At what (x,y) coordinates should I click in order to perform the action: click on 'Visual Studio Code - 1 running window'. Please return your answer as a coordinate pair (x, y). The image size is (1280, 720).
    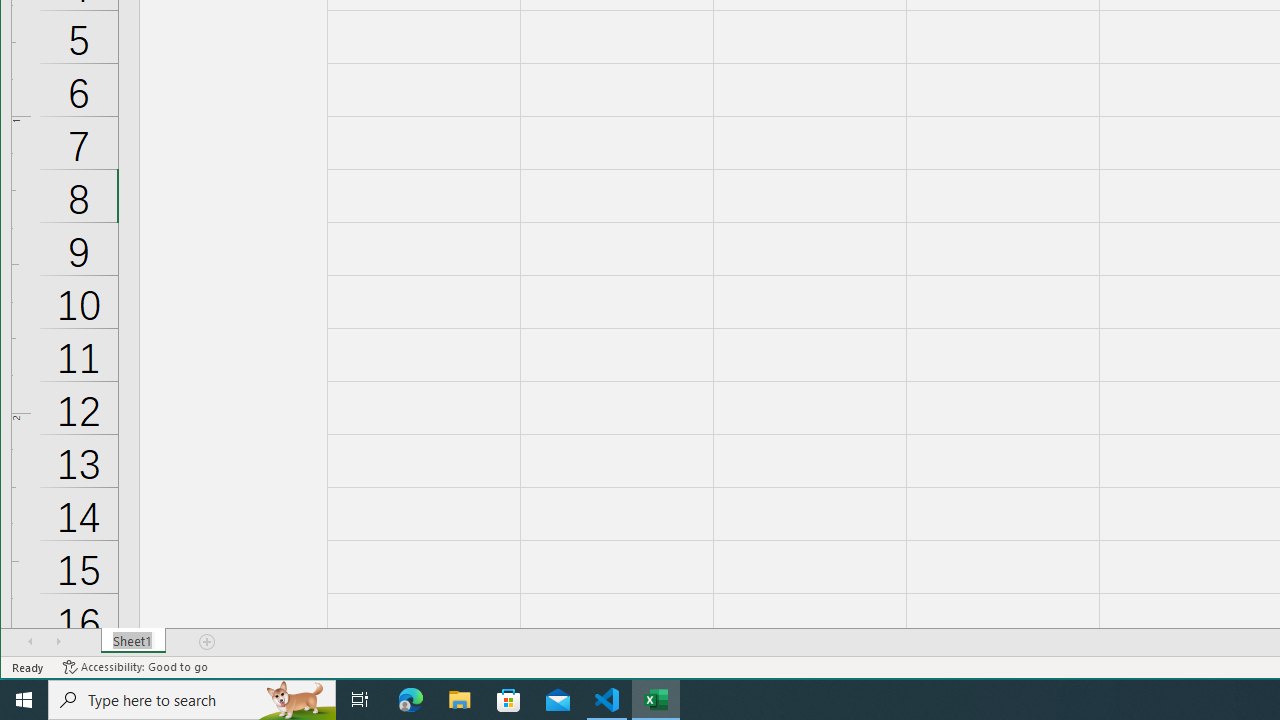
    Looking at the image, I should click on (606, 698).